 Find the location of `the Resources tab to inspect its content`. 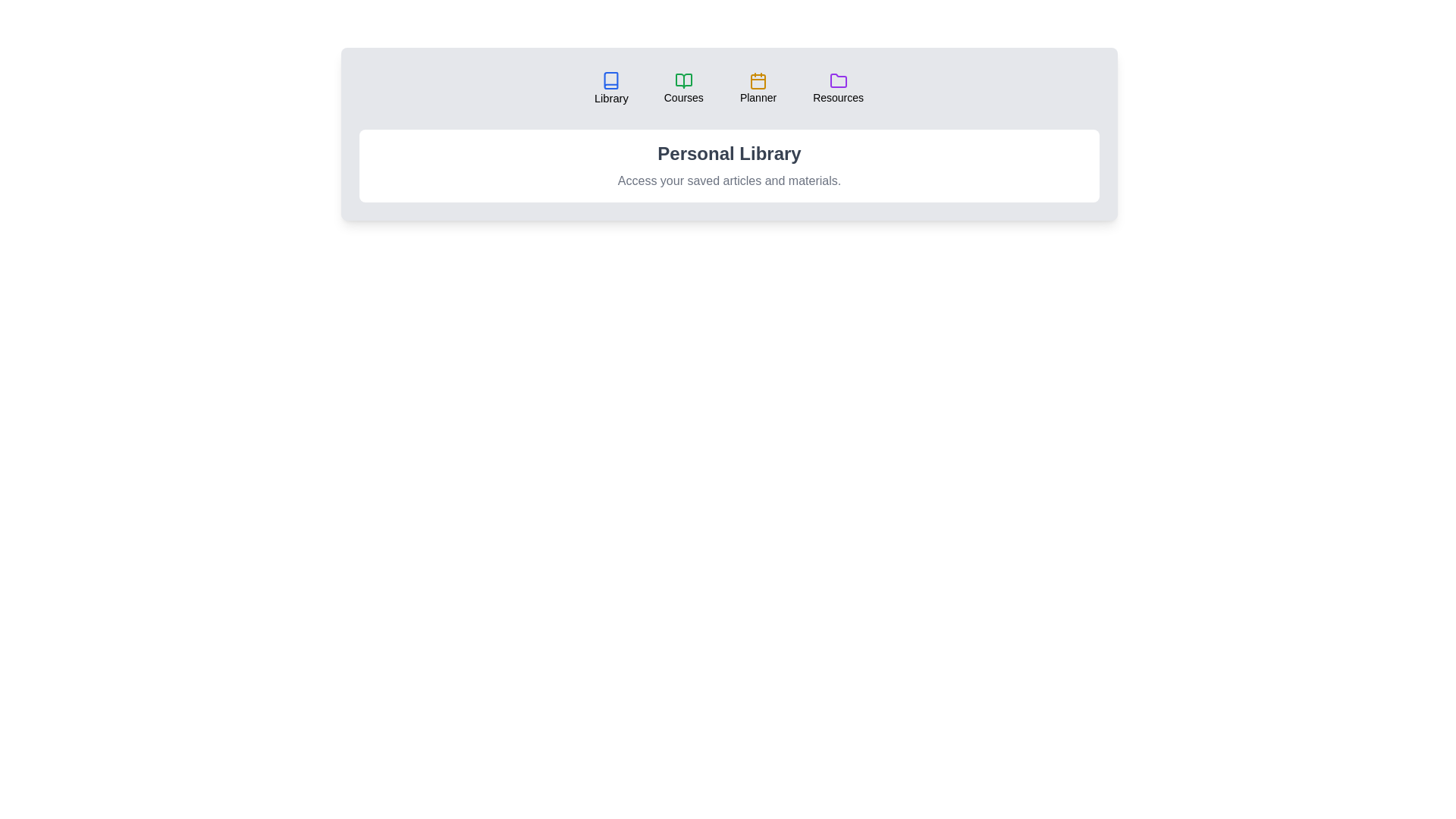

the Resources tab to inspect its content is located at coordinates (837, 88).